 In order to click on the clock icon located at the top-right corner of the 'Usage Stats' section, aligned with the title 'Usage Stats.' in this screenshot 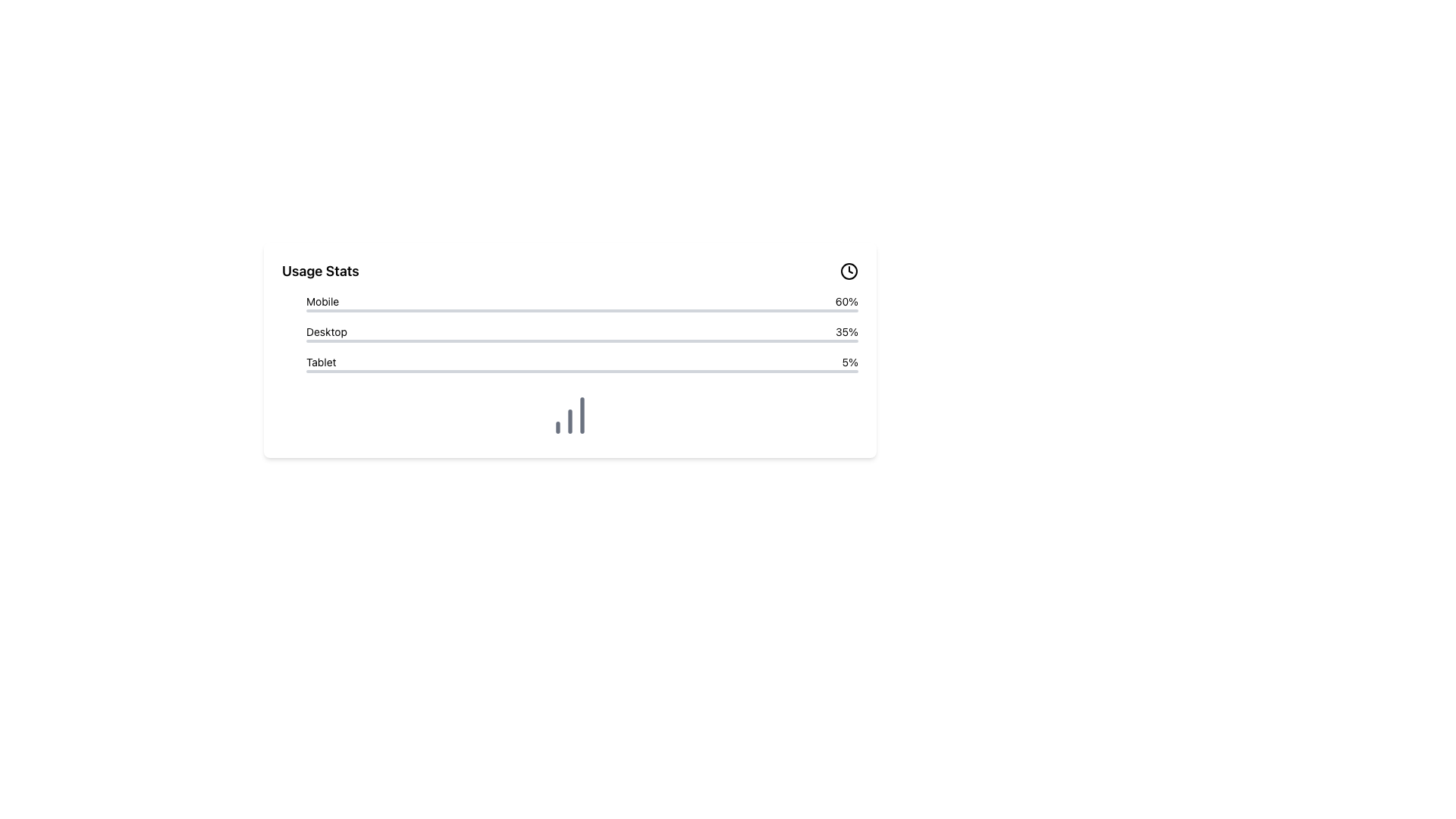, I will do `click(848, 271)`.